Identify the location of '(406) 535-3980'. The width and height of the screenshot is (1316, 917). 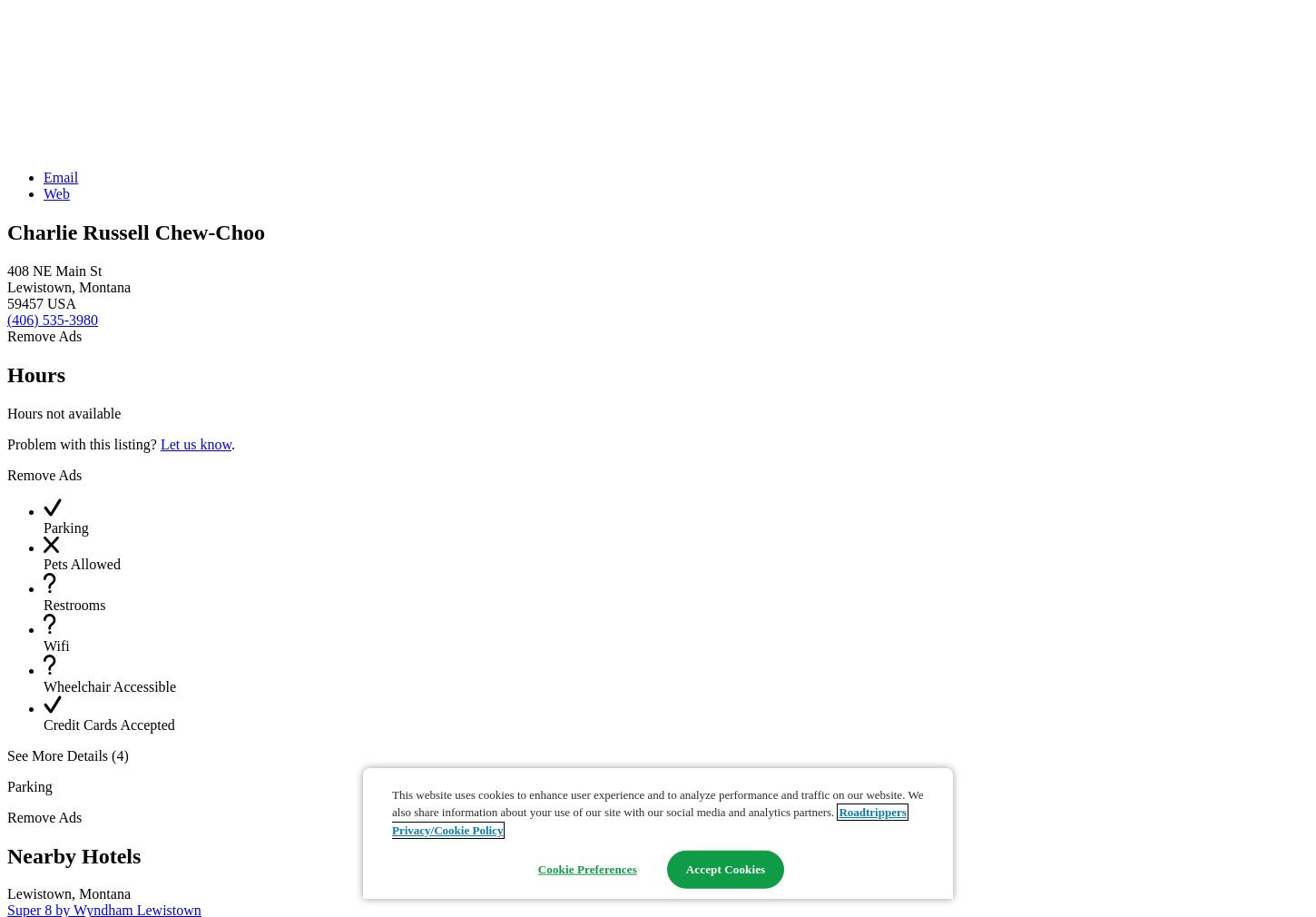
(52, 319).